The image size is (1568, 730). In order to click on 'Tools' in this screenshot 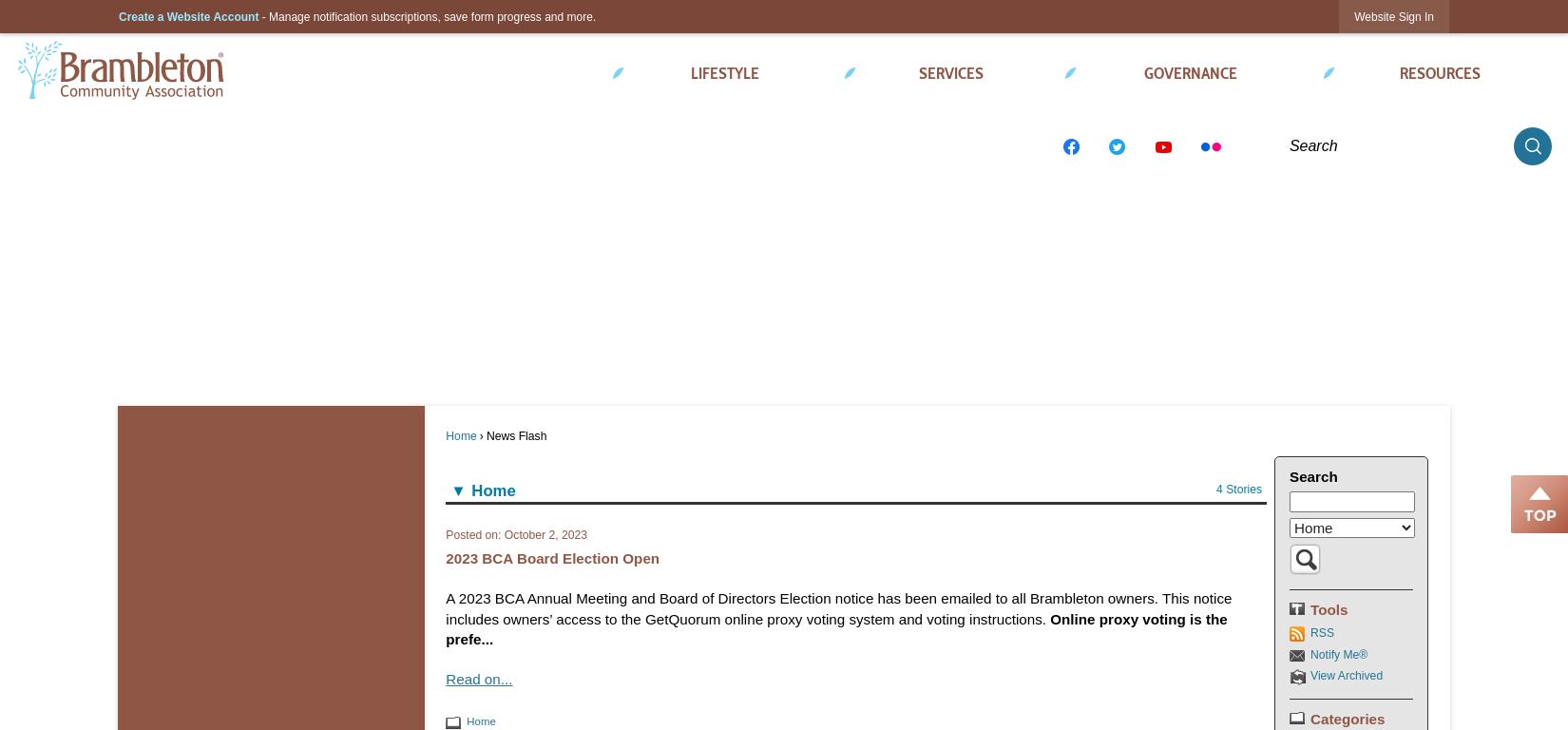, I will do `click(1328, 608)`.